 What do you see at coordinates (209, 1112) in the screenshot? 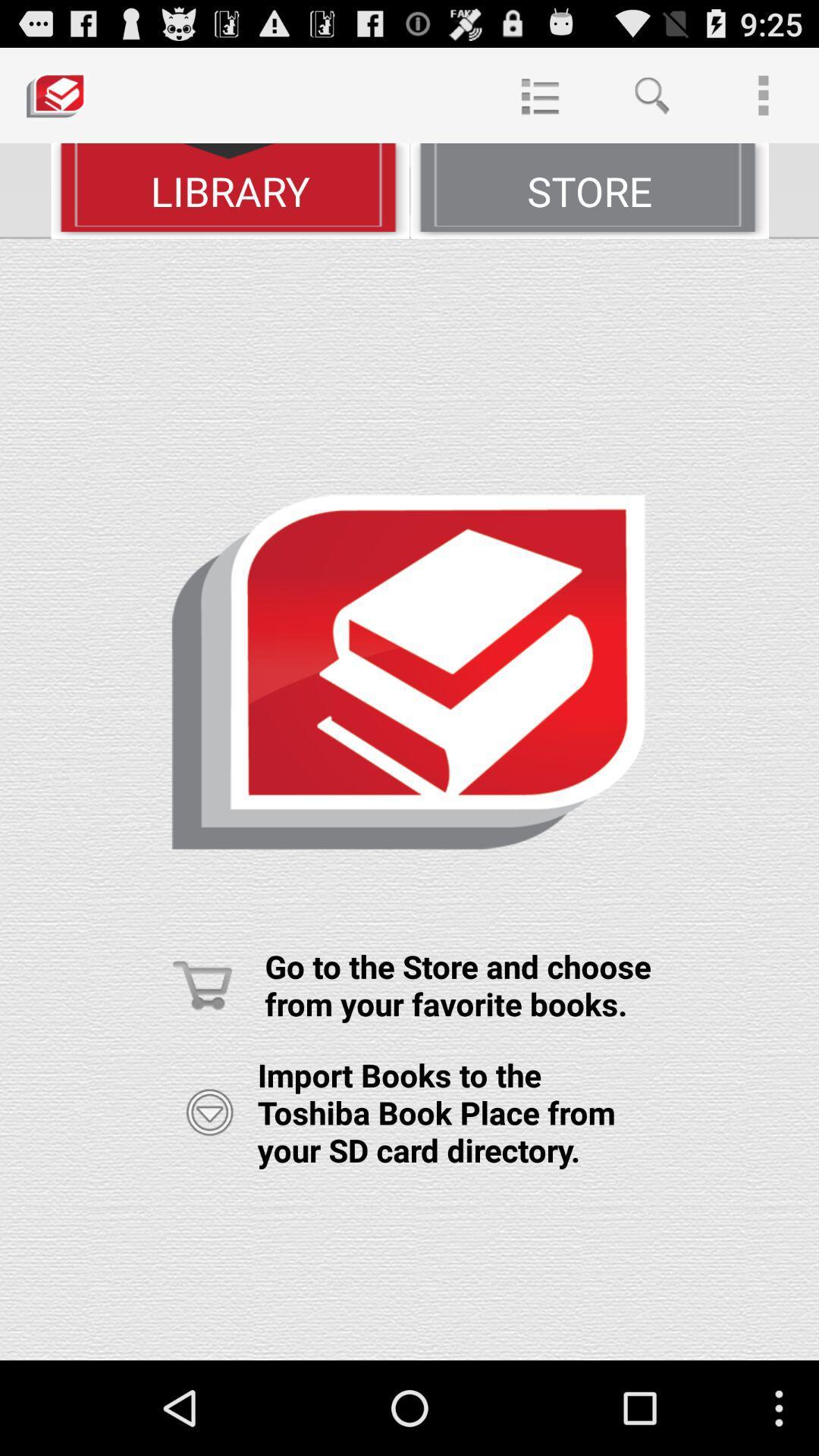
I see `import books` at bounding box center [209, 1112].